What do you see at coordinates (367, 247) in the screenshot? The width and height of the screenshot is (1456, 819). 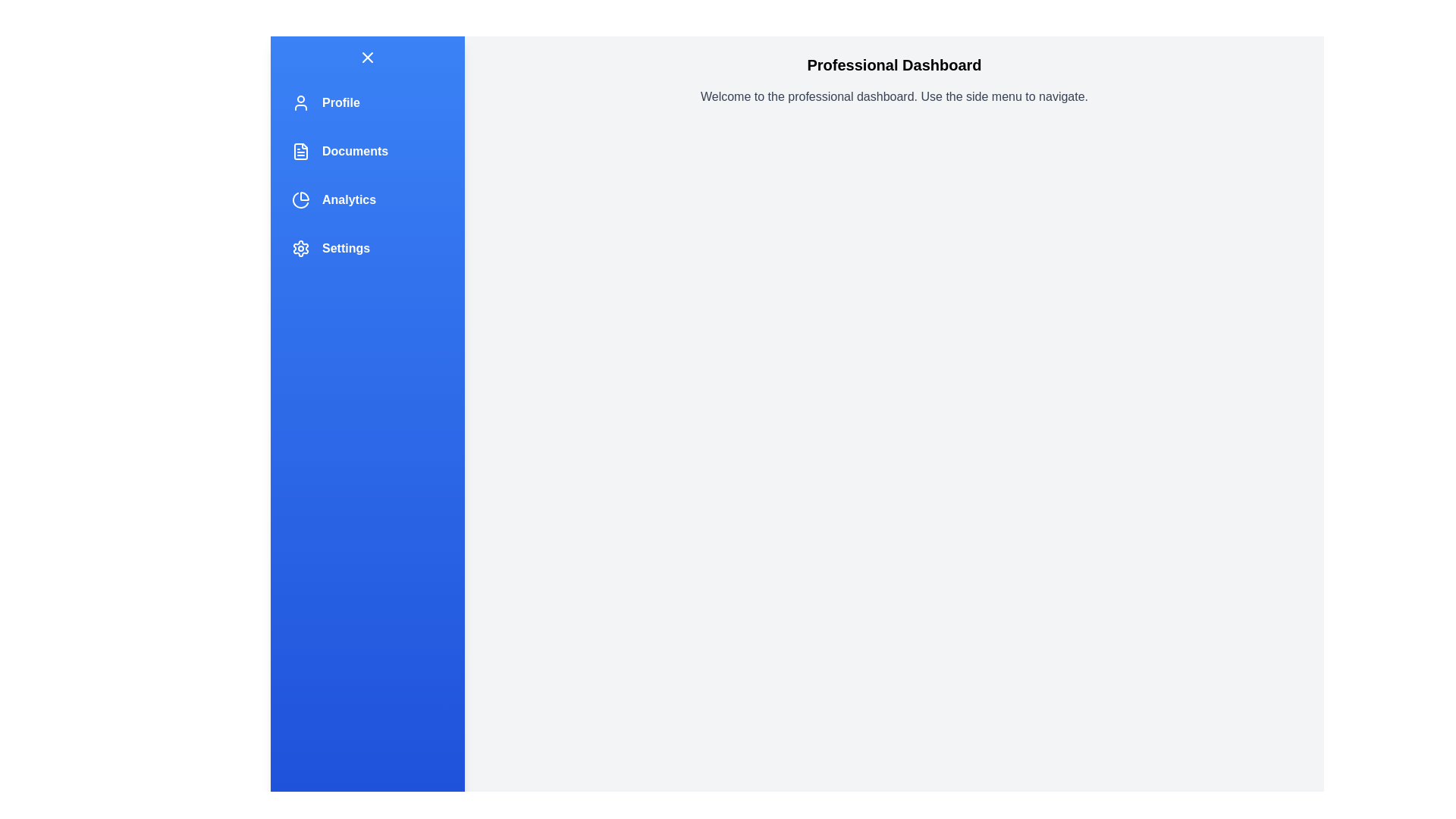 I see `the menu option Settings to navigate to the corresponding section` at bounding box center [367, 247].